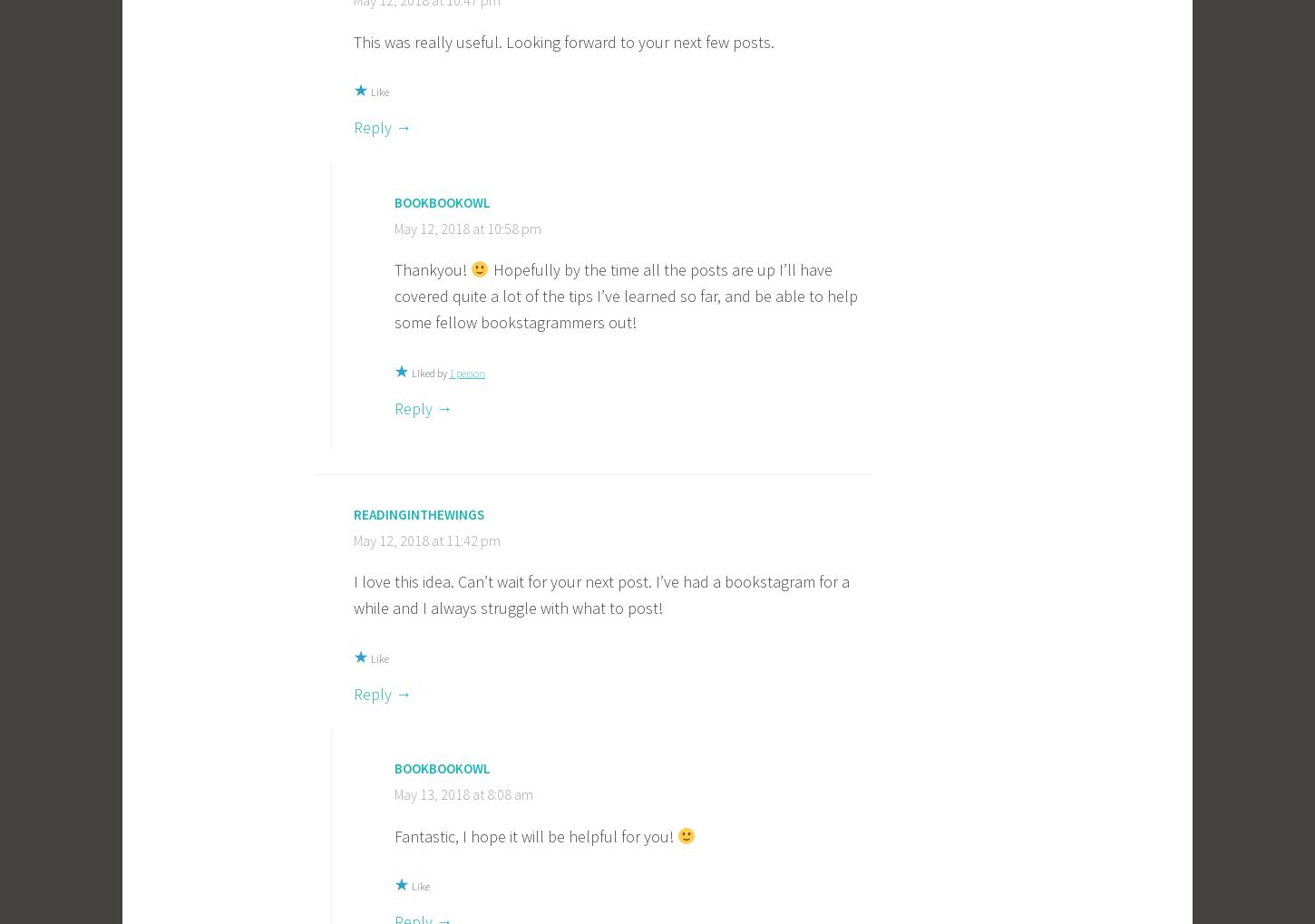 The image size is (1315, 924). What do you see at coordinates (425, 538) in the screenshot?
I see `'May 12, 2018 at 11:42 pm'` at bounding box center [425, 538].